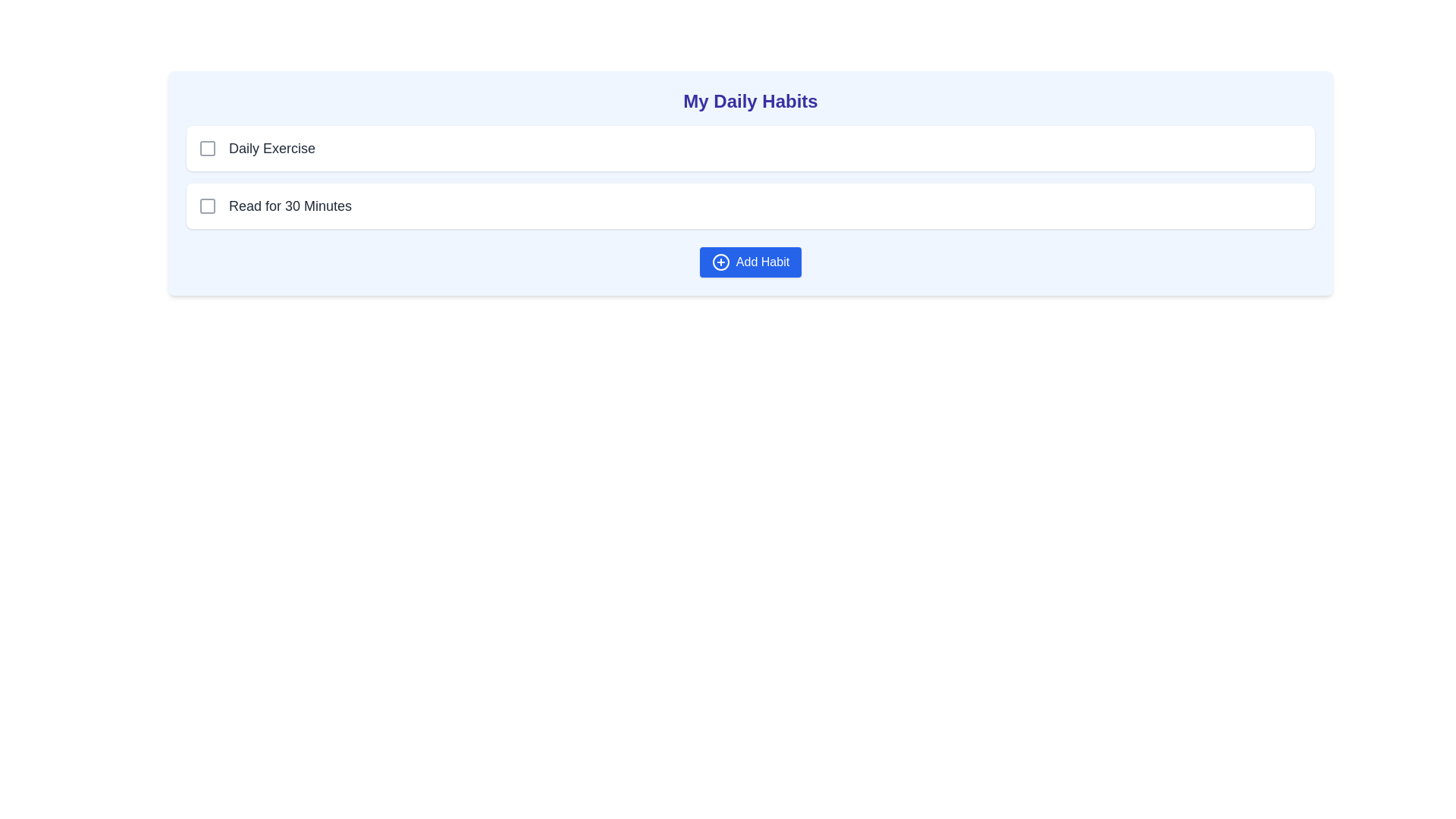 The height and width of the screenshot is (819, 1456). I want to click on the 'Add Habit' button icon, which is visually represented to signify adding or creating new items, located inside a blue rectangular button to the left of the text label, so click(720, 262).